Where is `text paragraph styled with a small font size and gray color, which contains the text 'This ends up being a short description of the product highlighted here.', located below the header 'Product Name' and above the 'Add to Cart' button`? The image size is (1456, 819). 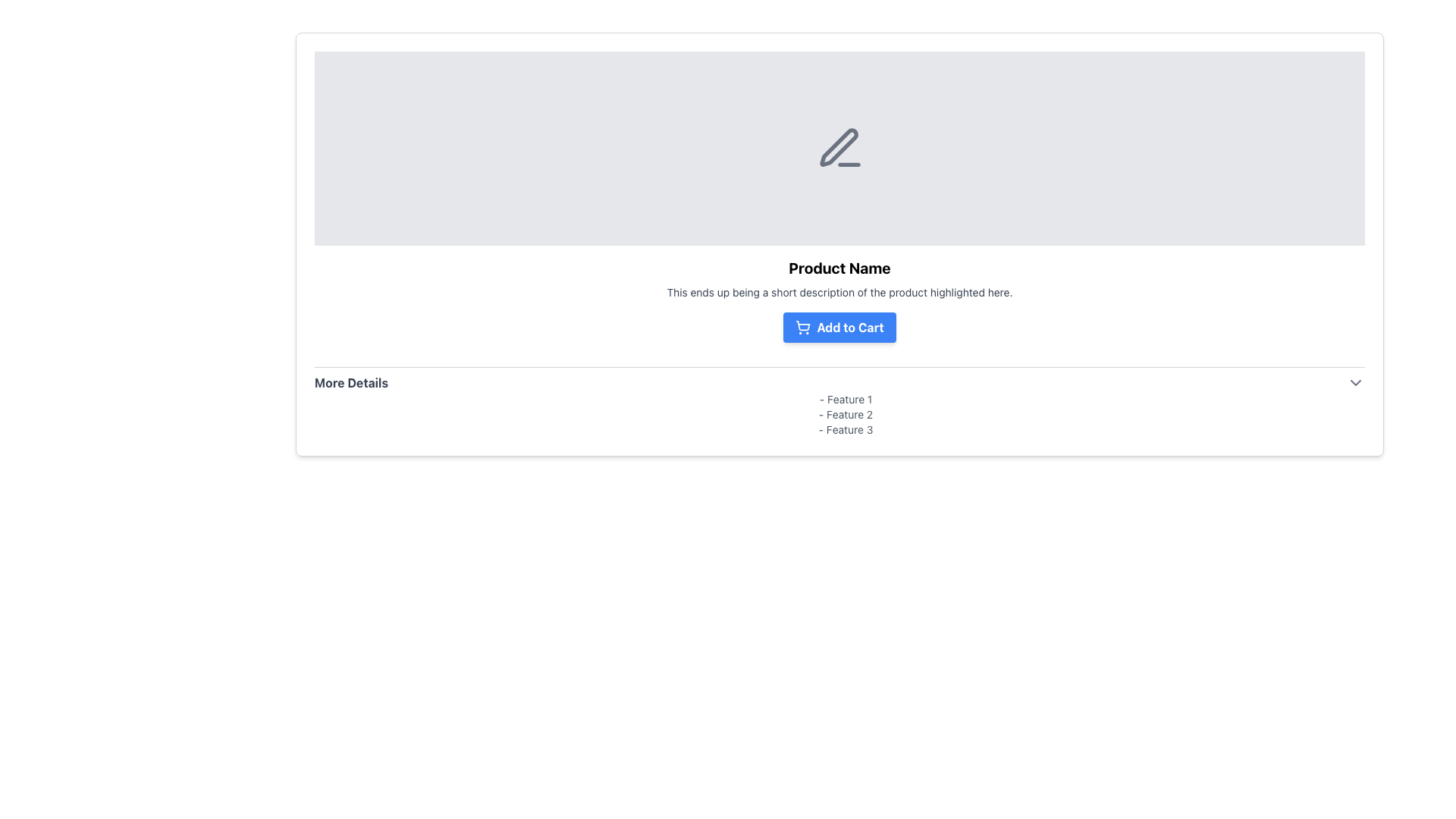
text paragraph styled with a small font size and gray color, which contains the text 'This ends up being a short description of the product highlighted here.', located below the header 'Product Name' and above the 'Add to Cart' button is located at coordinates (839, 292).